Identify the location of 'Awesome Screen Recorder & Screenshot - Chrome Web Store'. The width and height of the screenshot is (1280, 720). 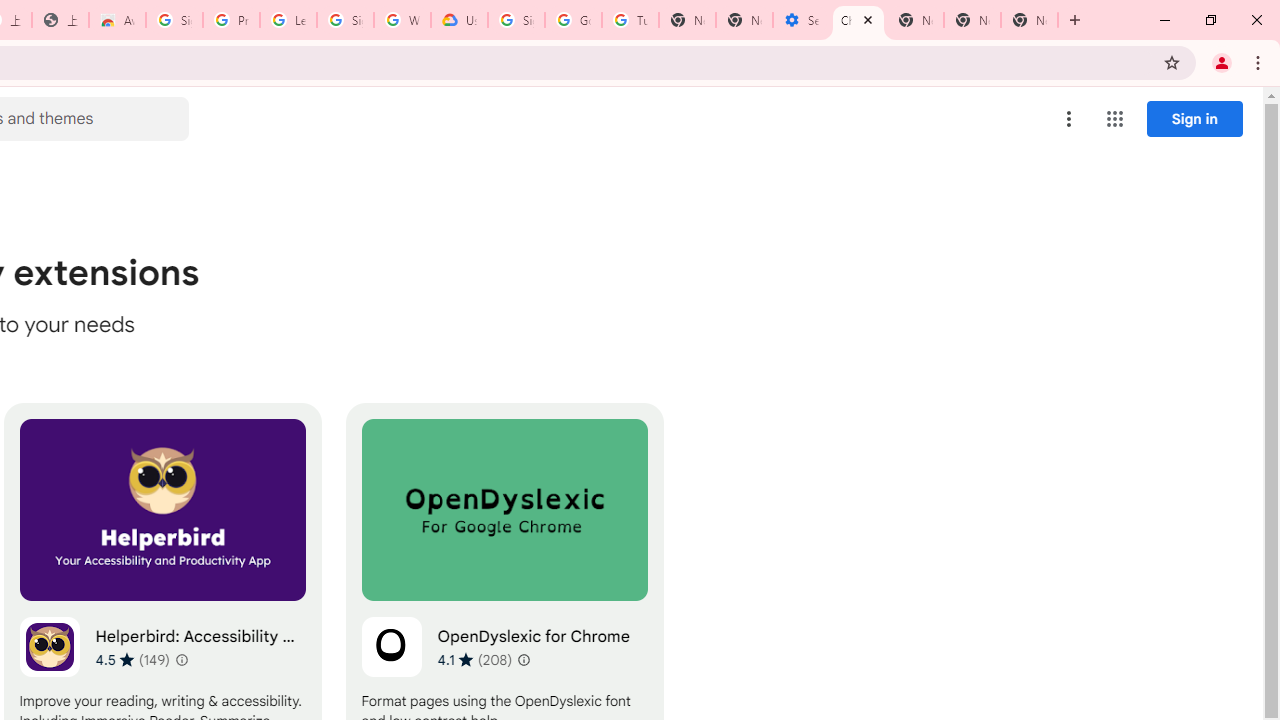
(116, 20).